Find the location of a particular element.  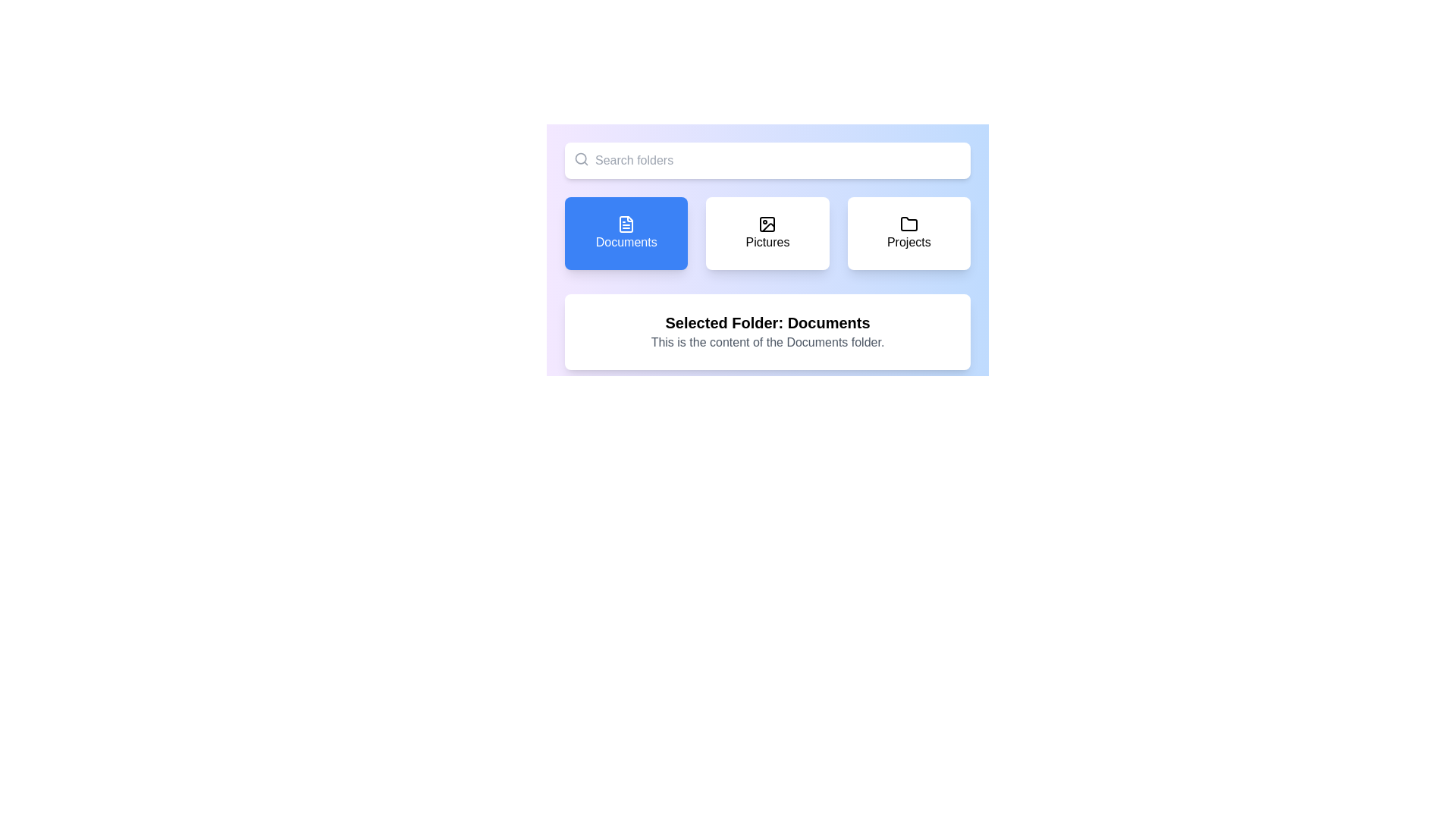

the button labeled 'Projects' with a folder icon to trigger a ring effect is located at coordinates (908, 234).